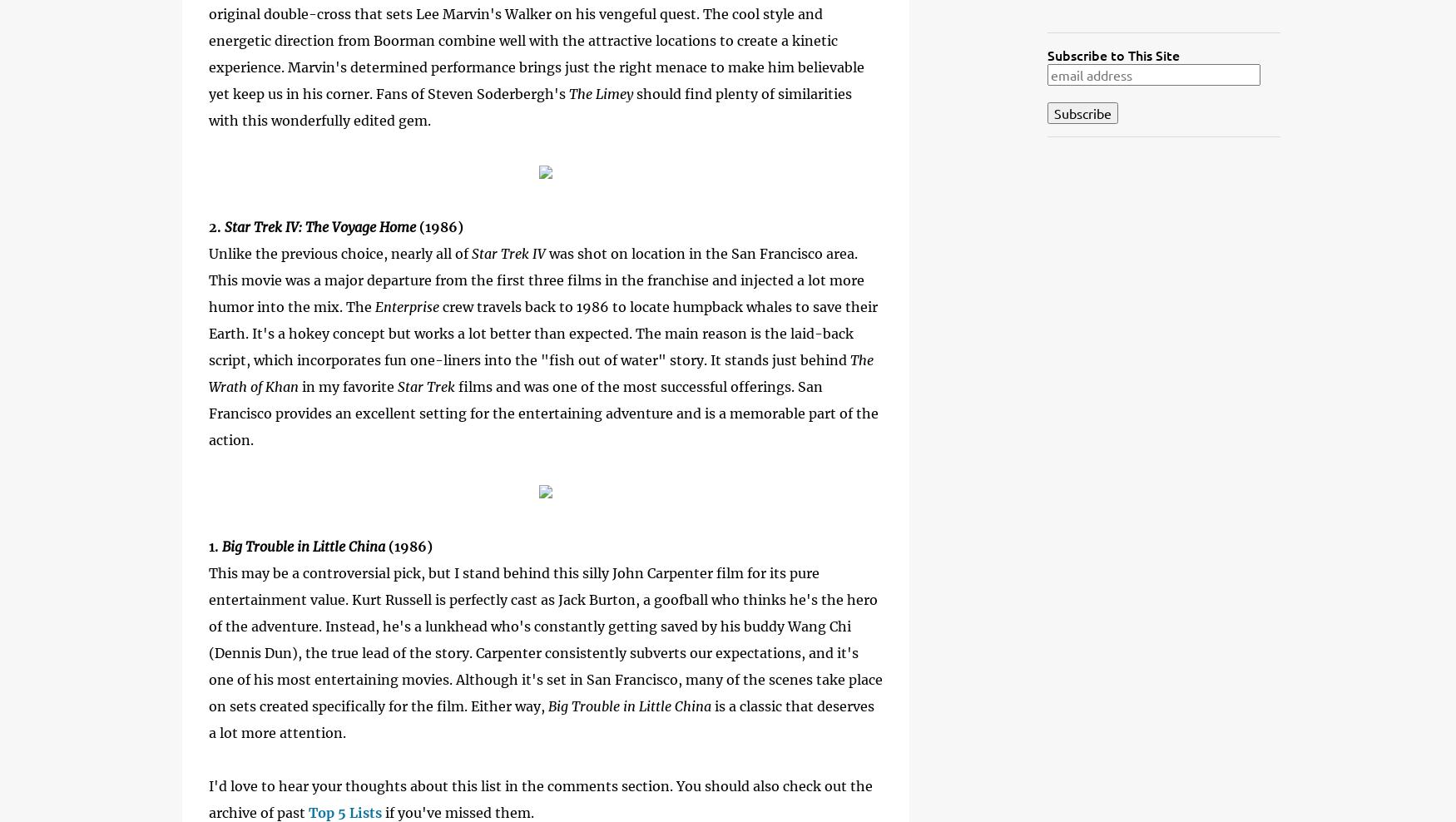 Image resolution: width=1456 pixels, height=822 pixels. I want to click on '2.', so click(215, 225).